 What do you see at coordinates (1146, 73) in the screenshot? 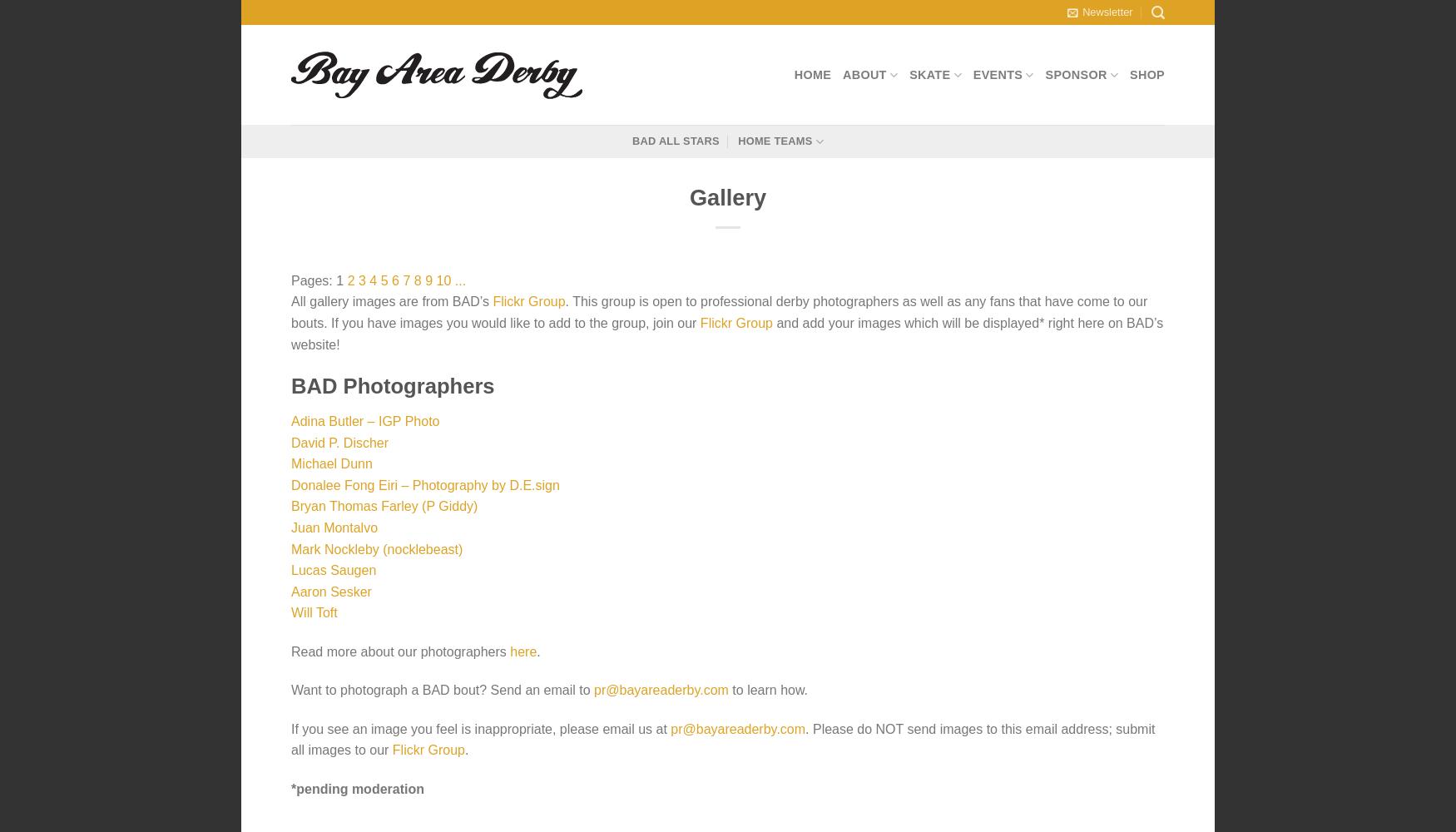
I see `'Shop'` at bounding box center [1146, 73].